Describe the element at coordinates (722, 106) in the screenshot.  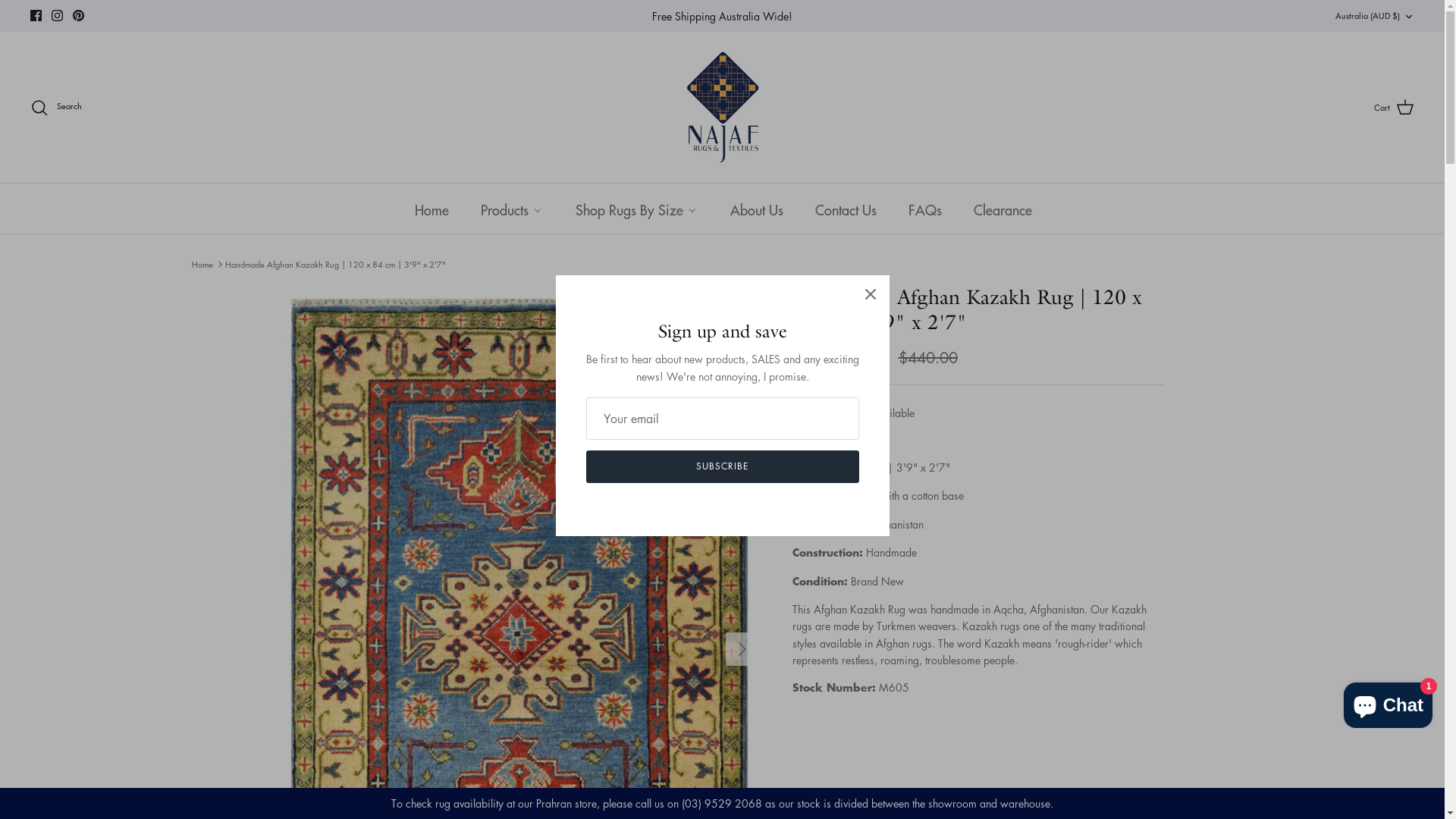
I see `'Najaf Rugs & Textile'` at that location.